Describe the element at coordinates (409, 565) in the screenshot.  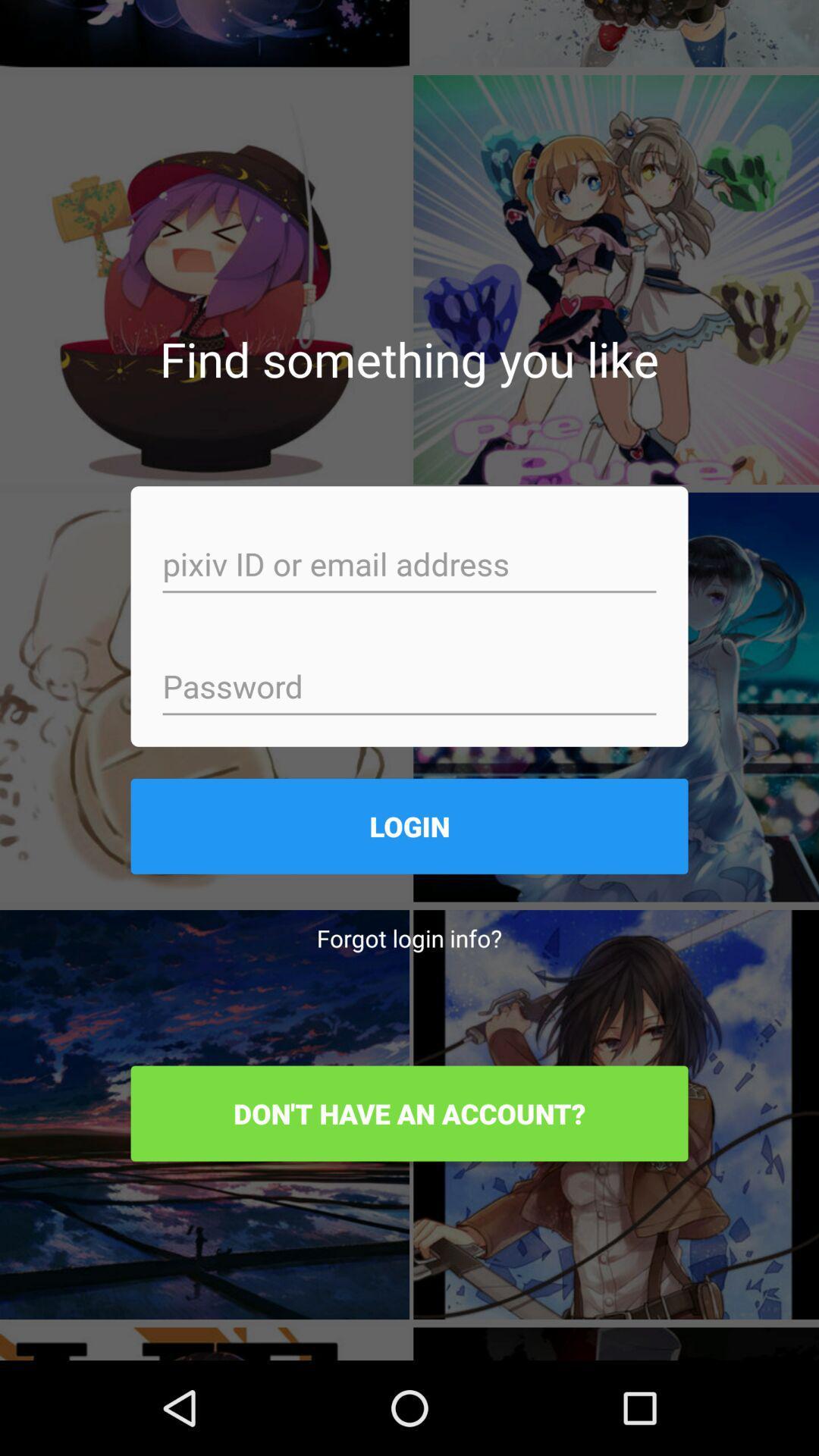
I see `email address or id` at that location.